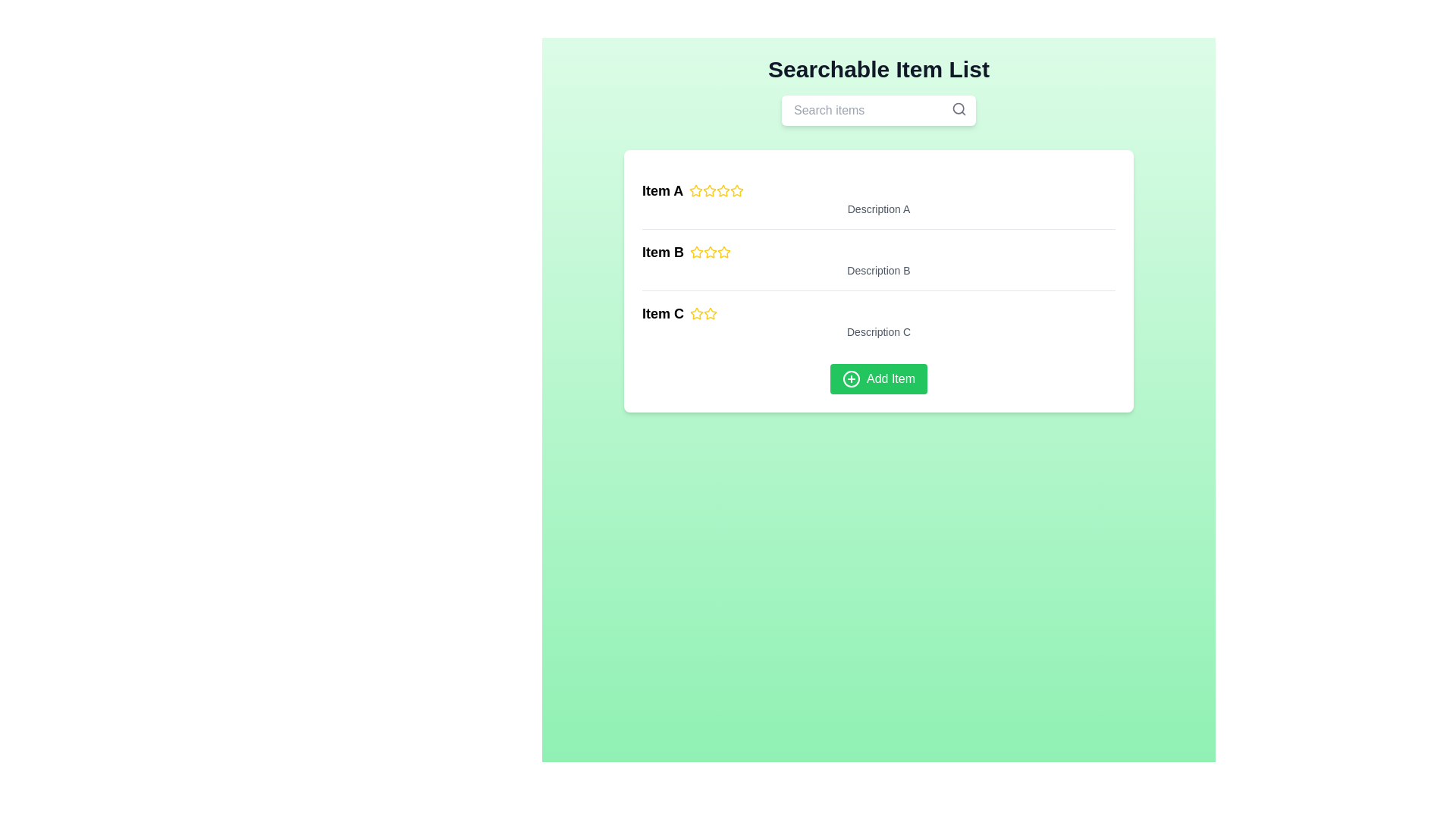  Describe the element at coordinates (878, 281) in the screenshot. I see `the text label reading 'Description B', which is styled in a smaller gray font and located below 'Item B'` at that location.